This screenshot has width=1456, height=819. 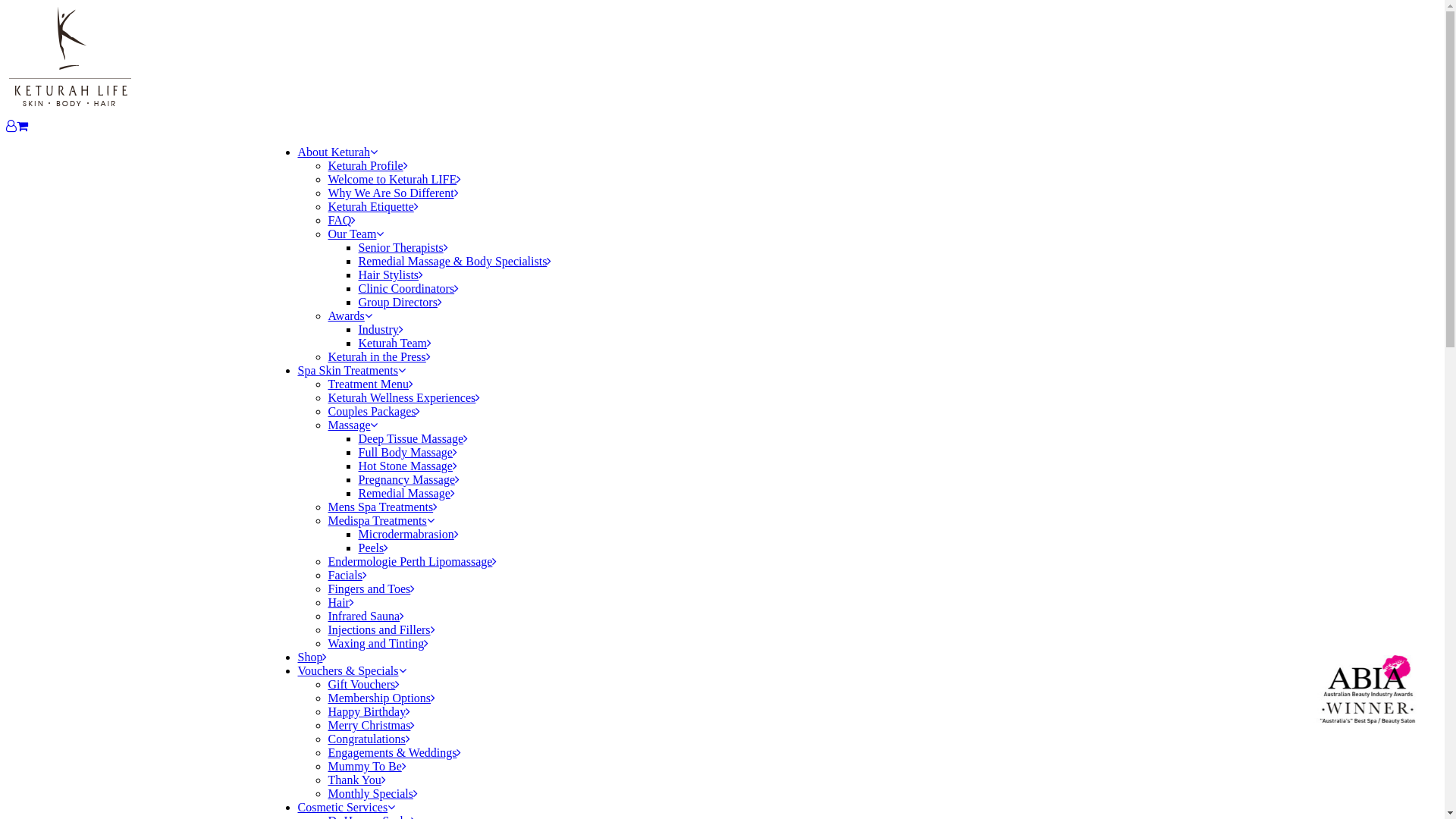 I want to click on 'Mummy To Be', so click(x=327, y=766).